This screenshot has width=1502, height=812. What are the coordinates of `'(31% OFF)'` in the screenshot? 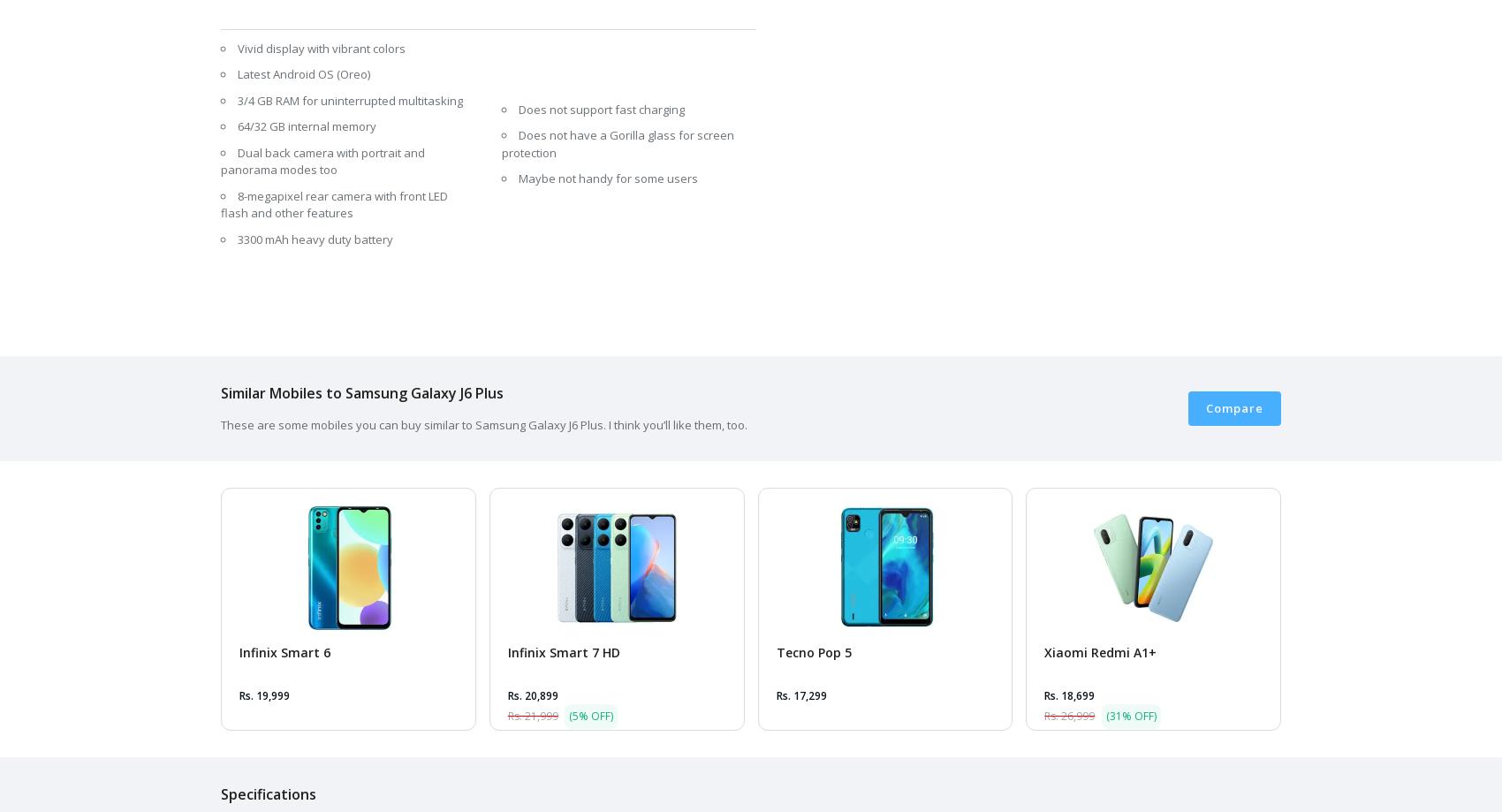 It's located at (1130, 715).